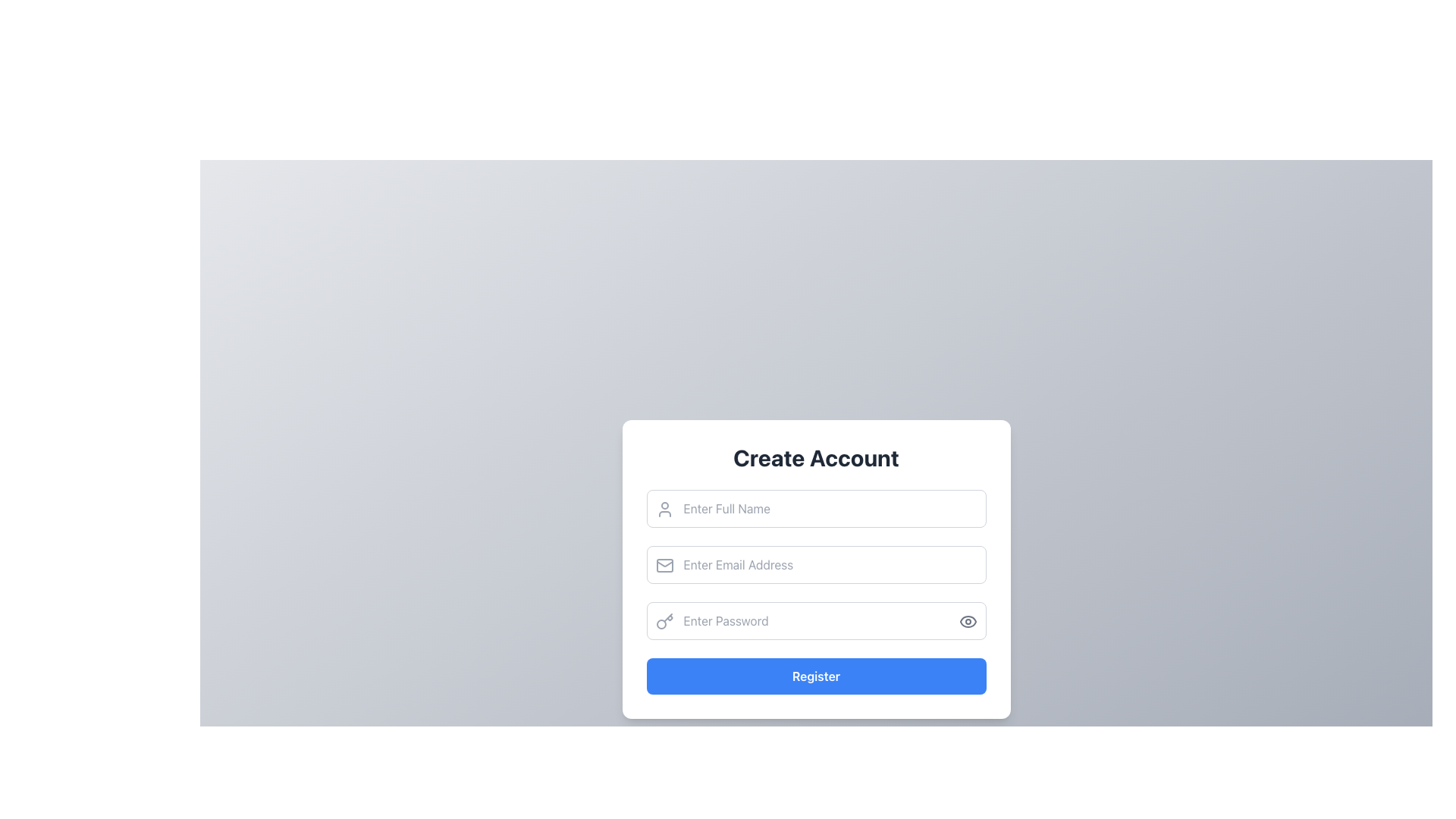 The width and height of the screenshot is (1456, 819). Describe the element at coordinates (815, 620) in the screenshot. I see `the Password Input Field, which is the third input field in the 'Create Account' form, to focus on it for password entry` at that location.